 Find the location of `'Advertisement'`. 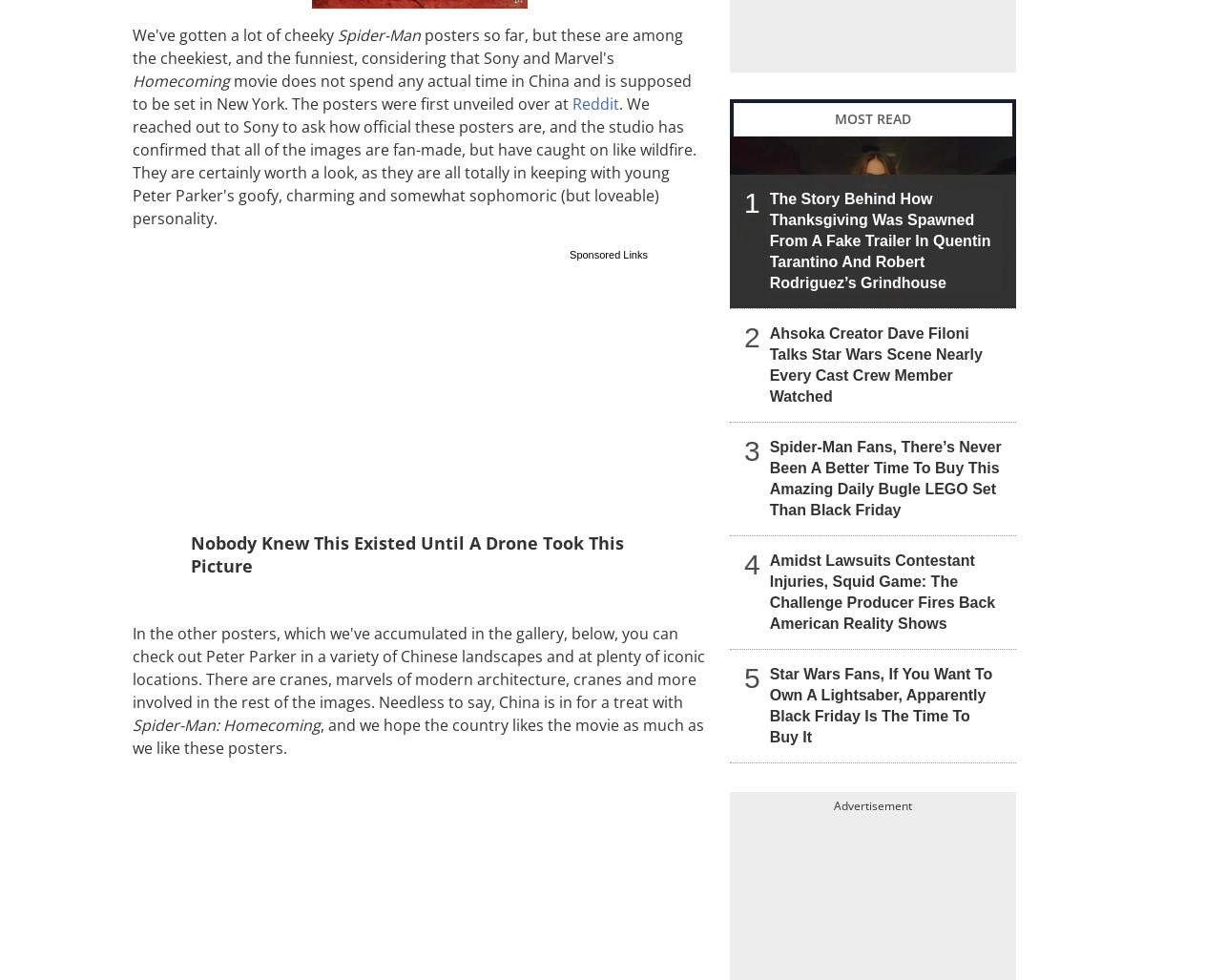

'Advertisement' is located at coordinates (873, 804).